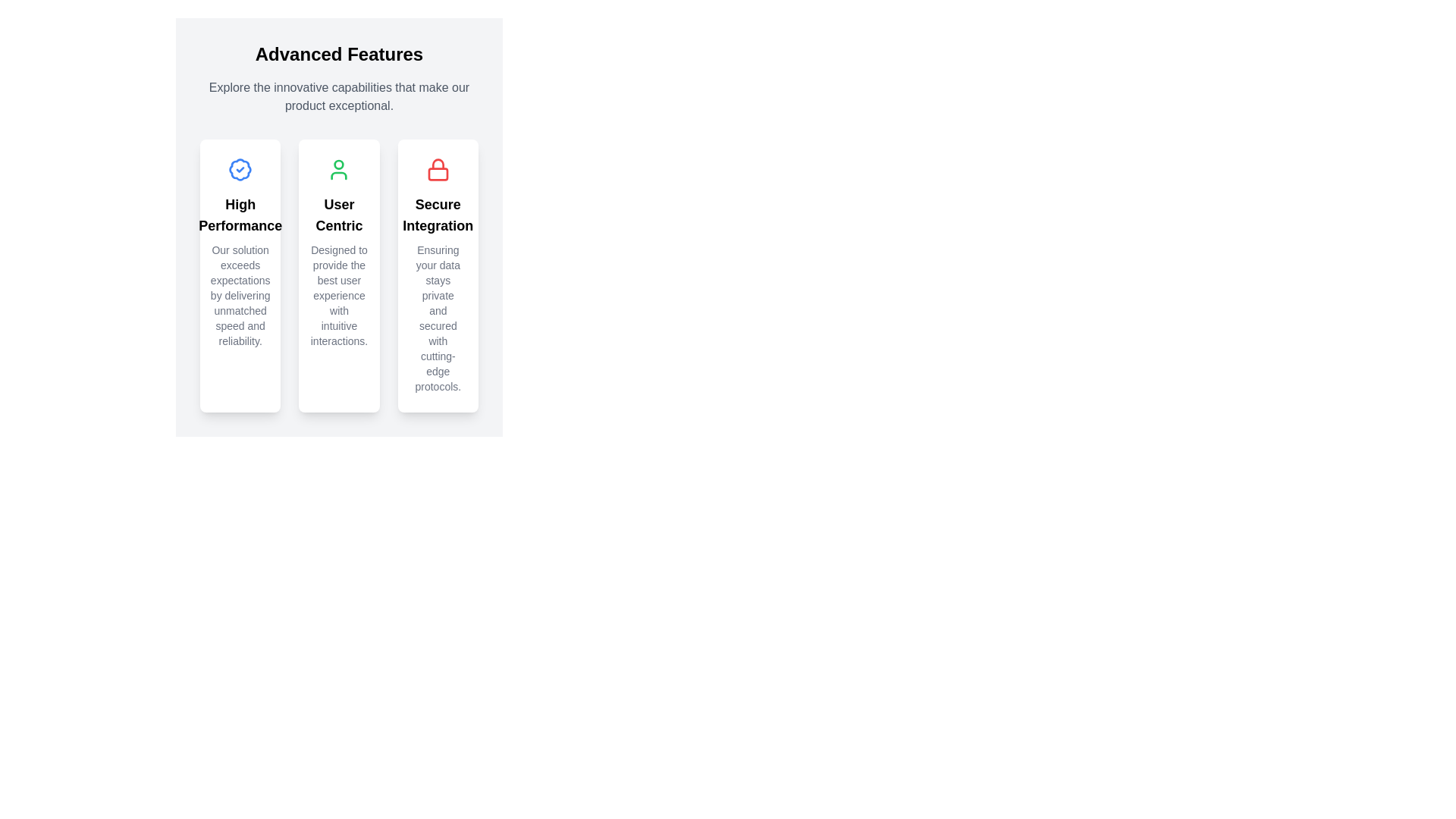 This screenshot has width=1456, height=819. I want to click on the 'Secure Integration' lock icon located in the third column below the 'Advanced Features' heading, so click(437, 164).